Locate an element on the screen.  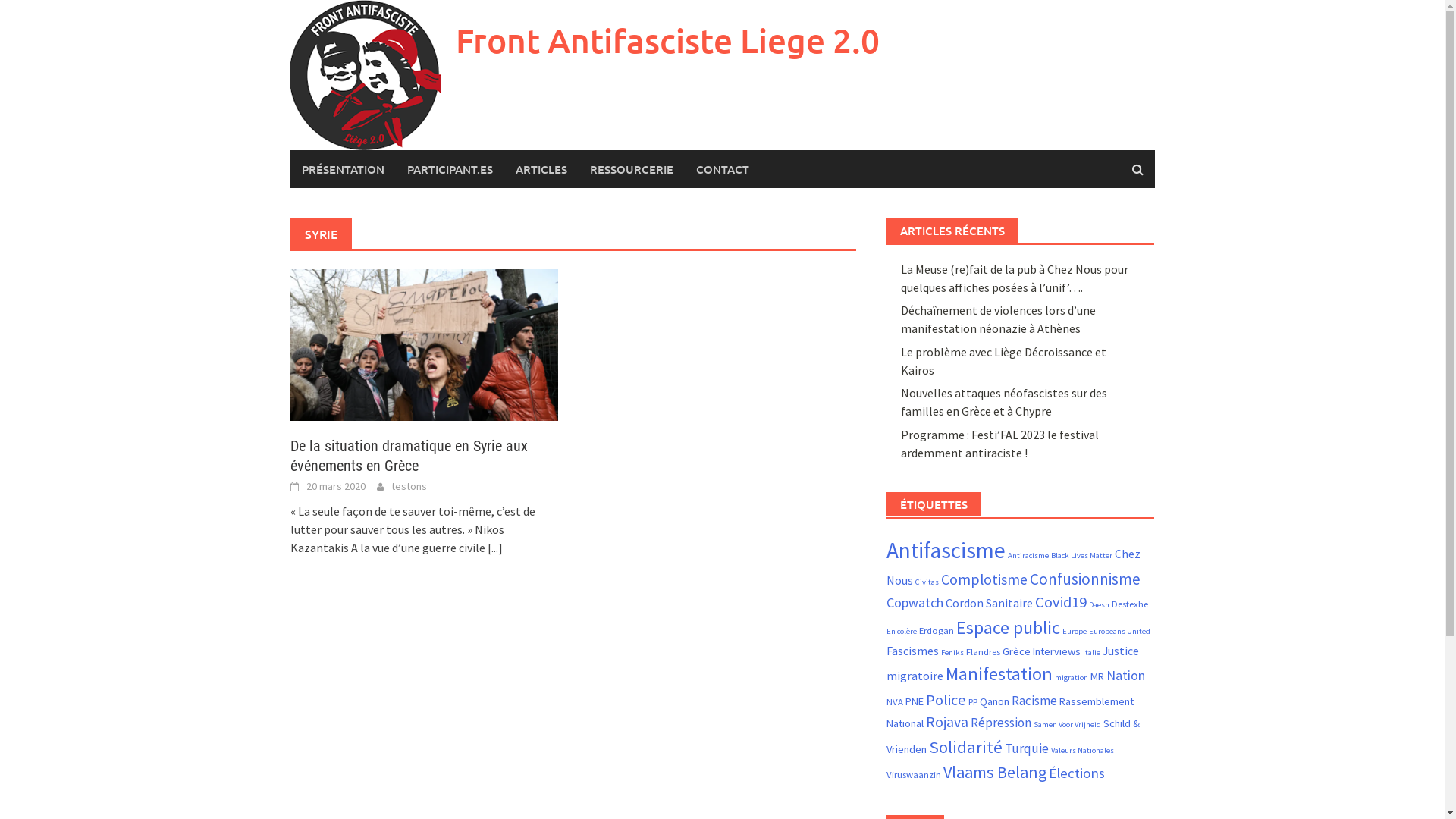
'Rojava' is located at coordinates (946, 721).